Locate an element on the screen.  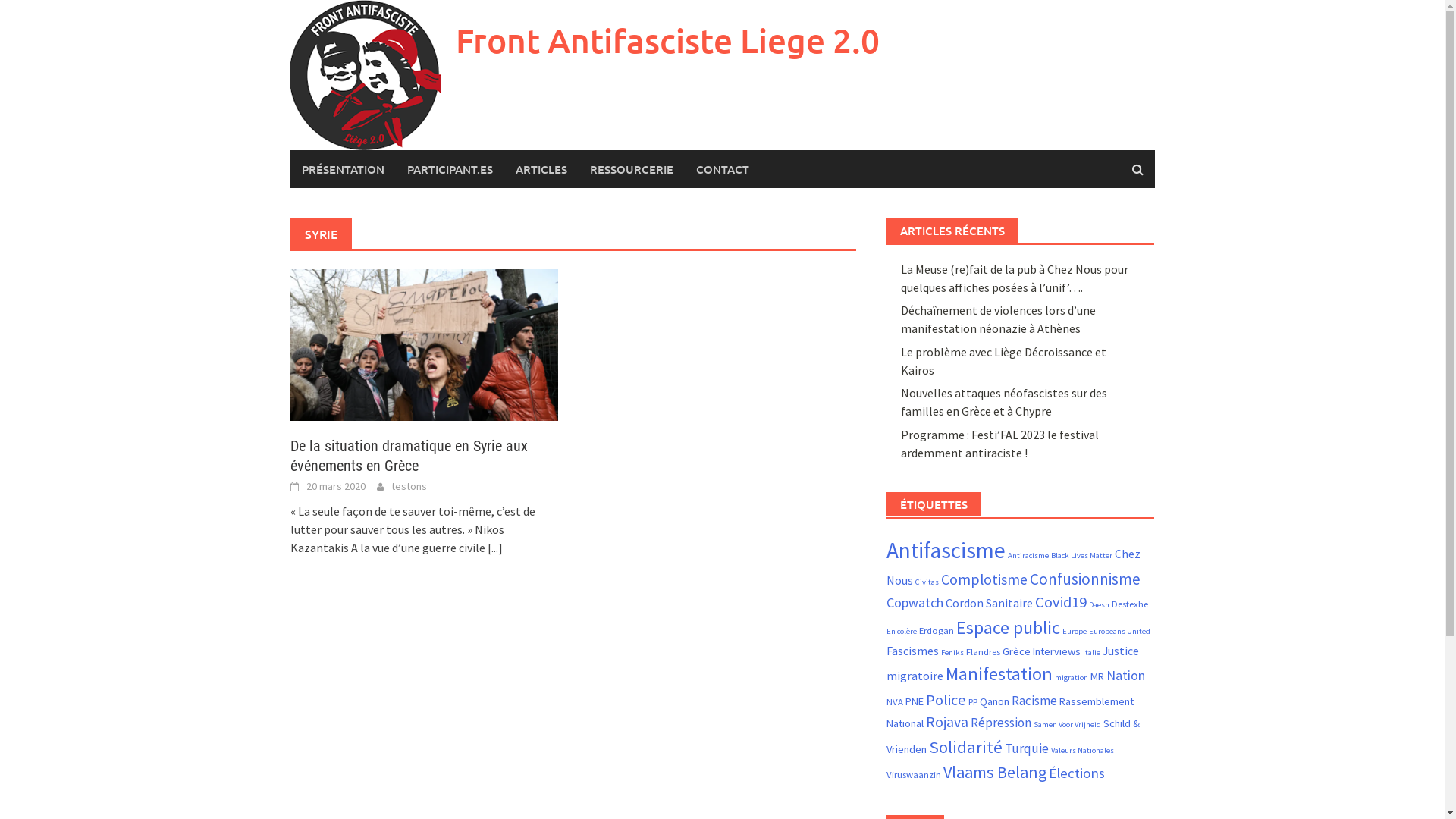
'Rojava' is located at coordinates (946, 721).